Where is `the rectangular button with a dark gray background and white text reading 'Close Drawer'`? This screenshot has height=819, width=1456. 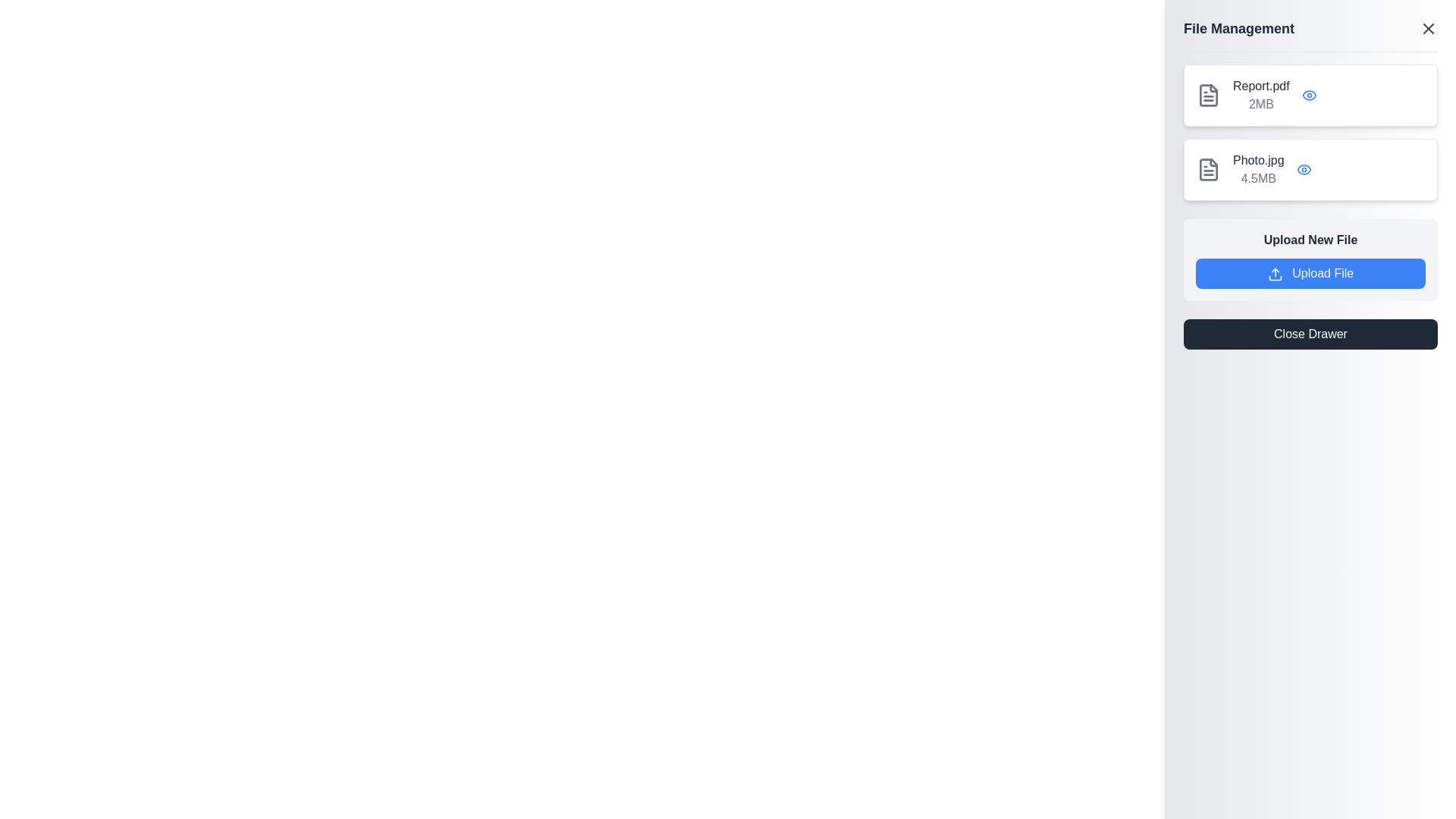 the rectangular button with a dark gray background and white text reading 'Close Drawer' is located at coordinates (1310, 333).